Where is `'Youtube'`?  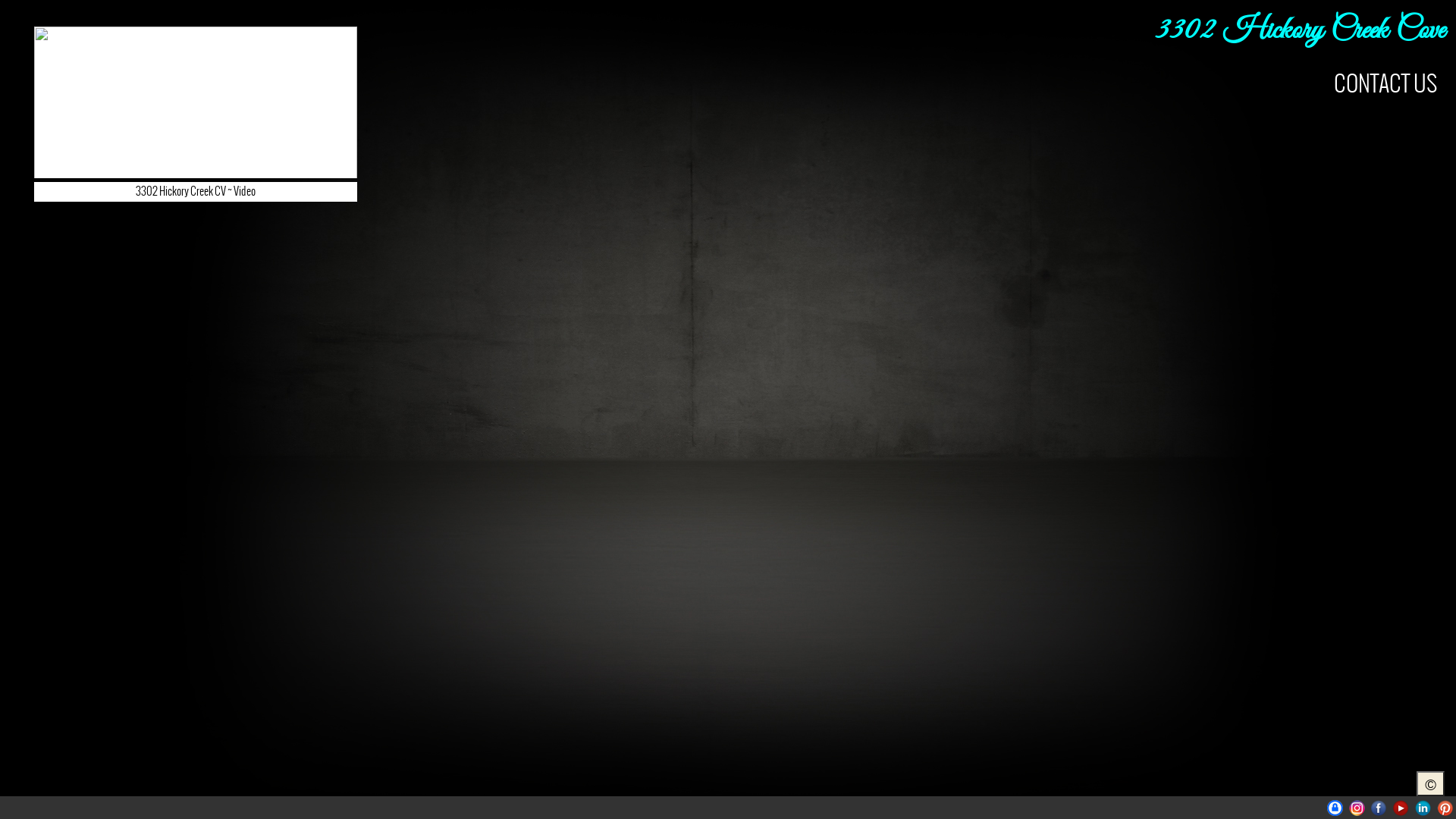
'Youtube' is located at coordinates (1400, 807).